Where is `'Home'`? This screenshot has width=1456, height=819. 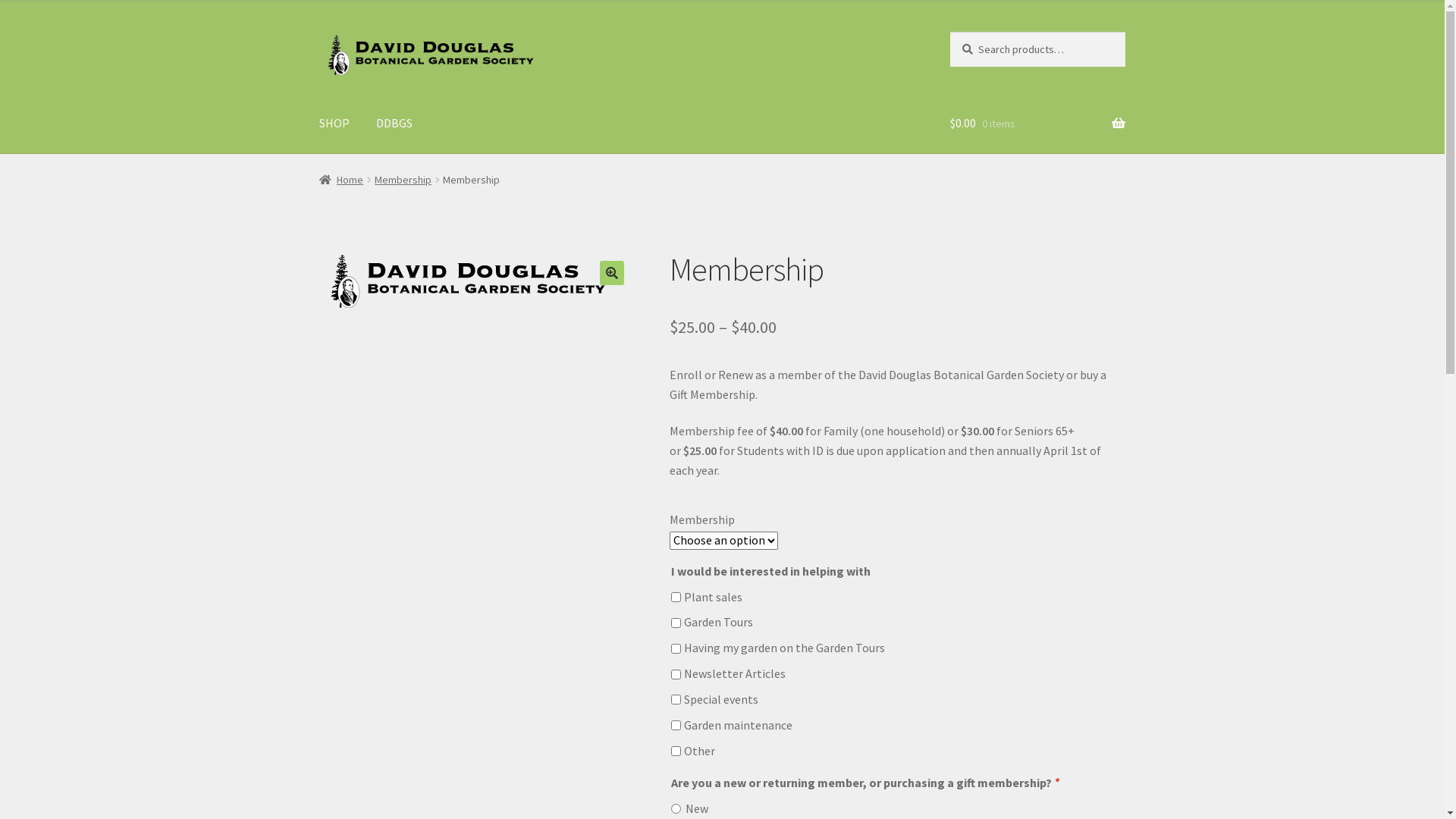
'Home' is located at coordinates (318, 178).